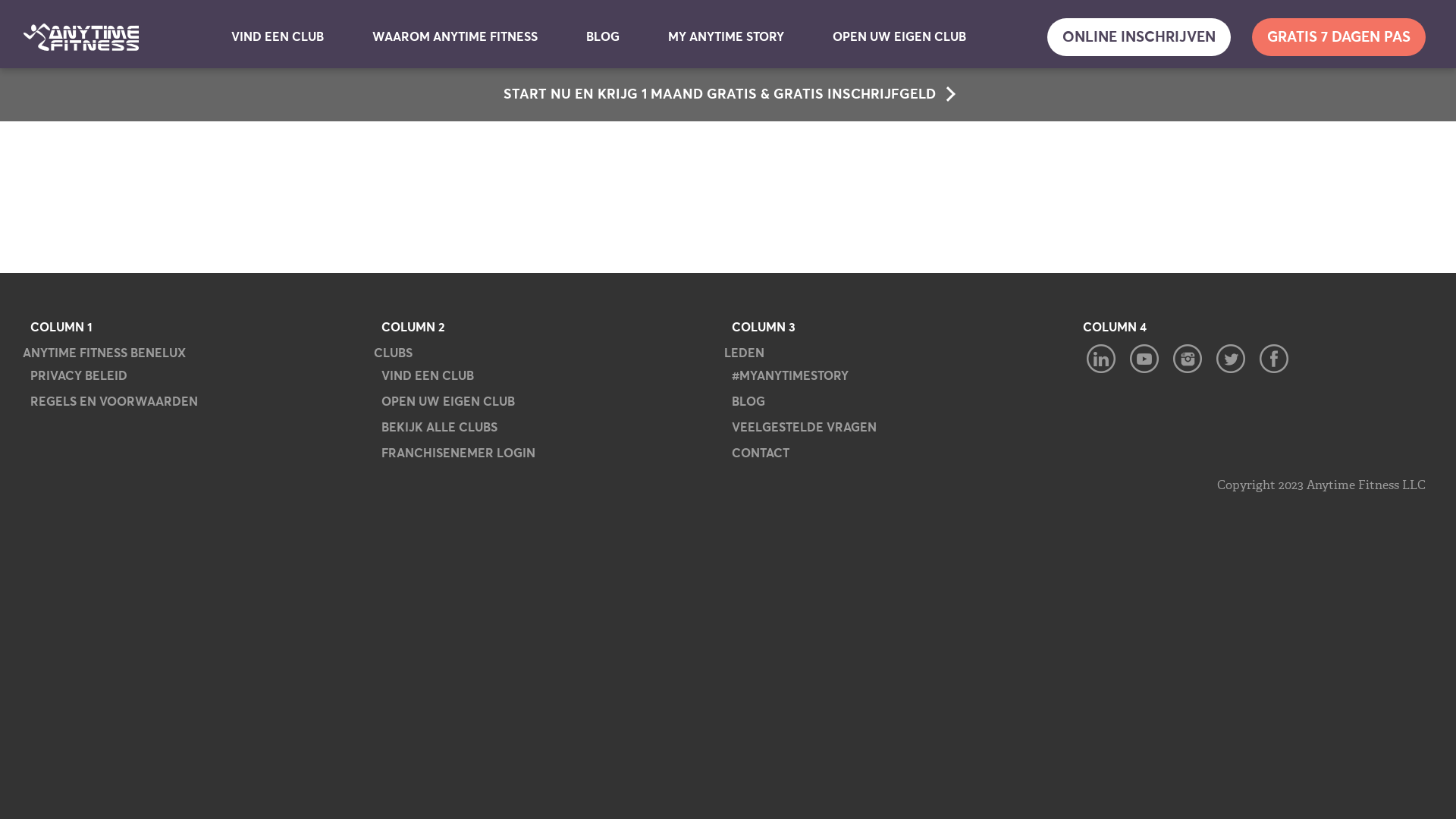 This screenshot has width=1456, height=819. Describe the element at coordinates (454, 36) in the screenshot. I see `'WAAROM ANYTIME FITNESS'` at that location.